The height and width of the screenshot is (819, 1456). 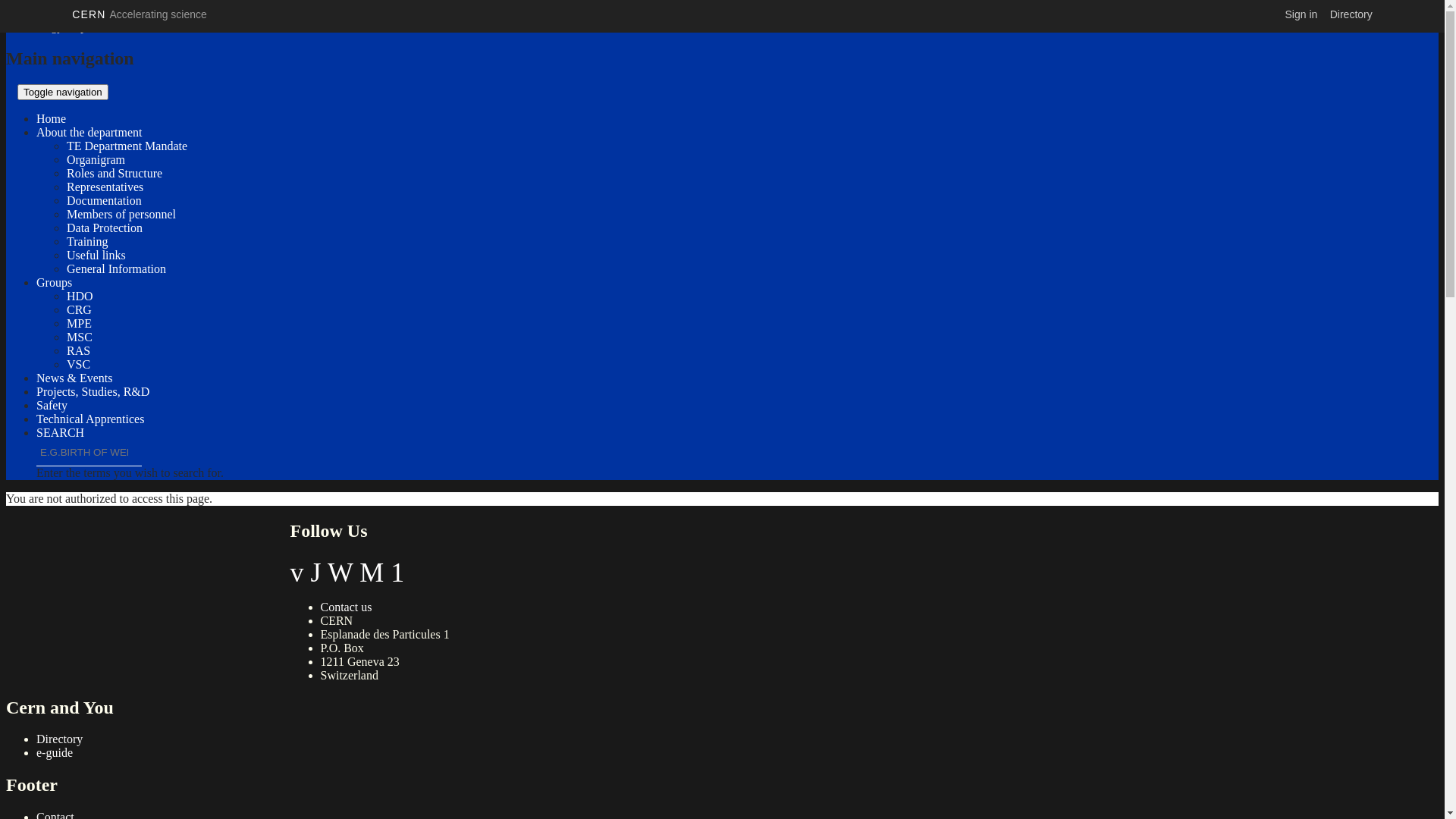 What do you see at coordinates (103, 199) in the screenshot?
I see `'Documentation'` at bounding box center [103, 199].